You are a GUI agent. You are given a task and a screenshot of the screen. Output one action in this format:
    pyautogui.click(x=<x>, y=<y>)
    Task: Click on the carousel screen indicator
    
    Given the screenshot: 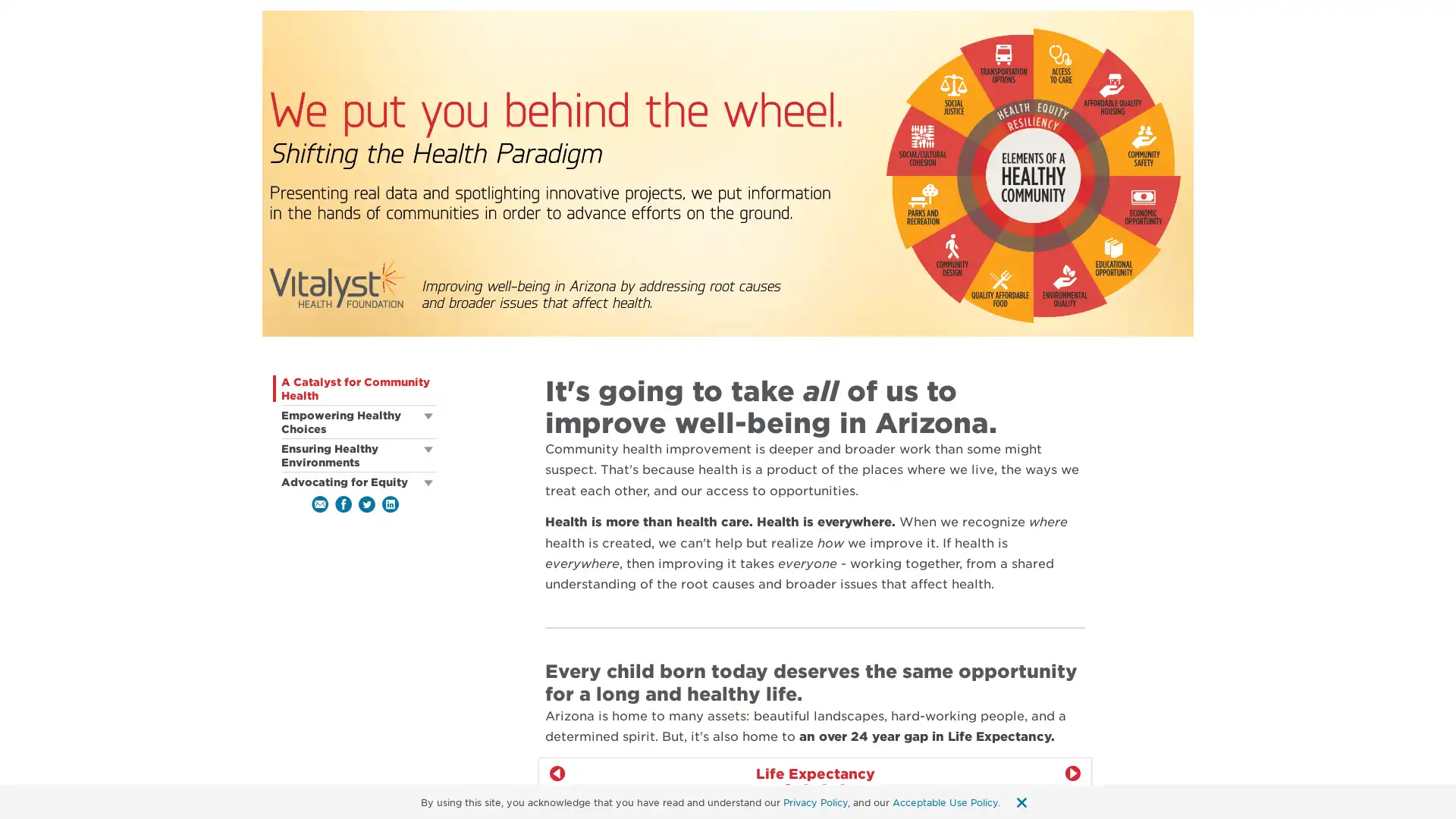 What is the action you would take?
    pyautogui.click(x=823, y=788)
    